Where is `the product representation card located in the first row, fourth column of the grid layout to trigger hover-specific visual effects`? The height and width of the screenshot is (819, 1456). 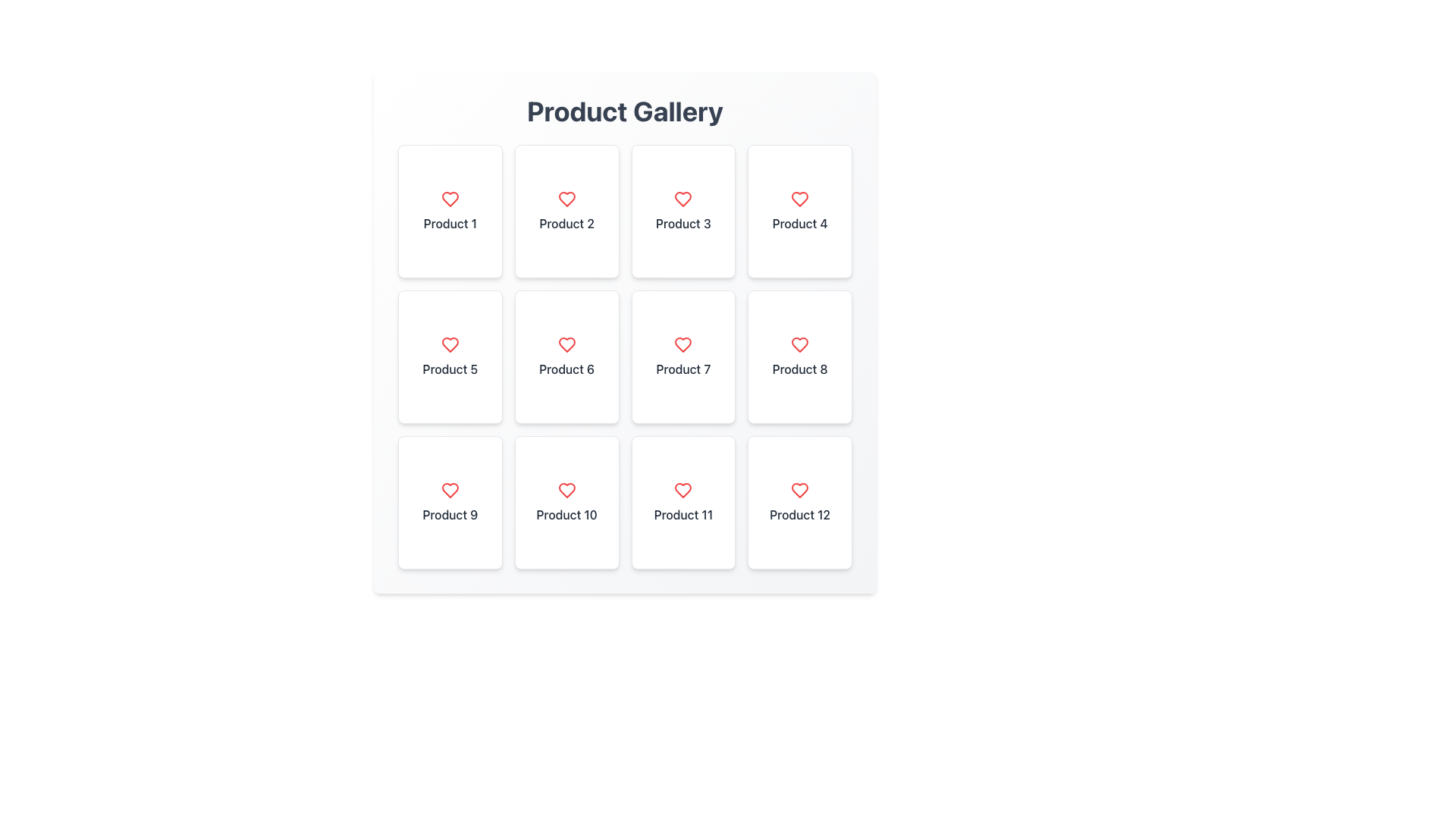
the product representation card located in the first row, fourth column of the grid layout to trigger hover-specific visual effects is located at coordinates (799, 211).